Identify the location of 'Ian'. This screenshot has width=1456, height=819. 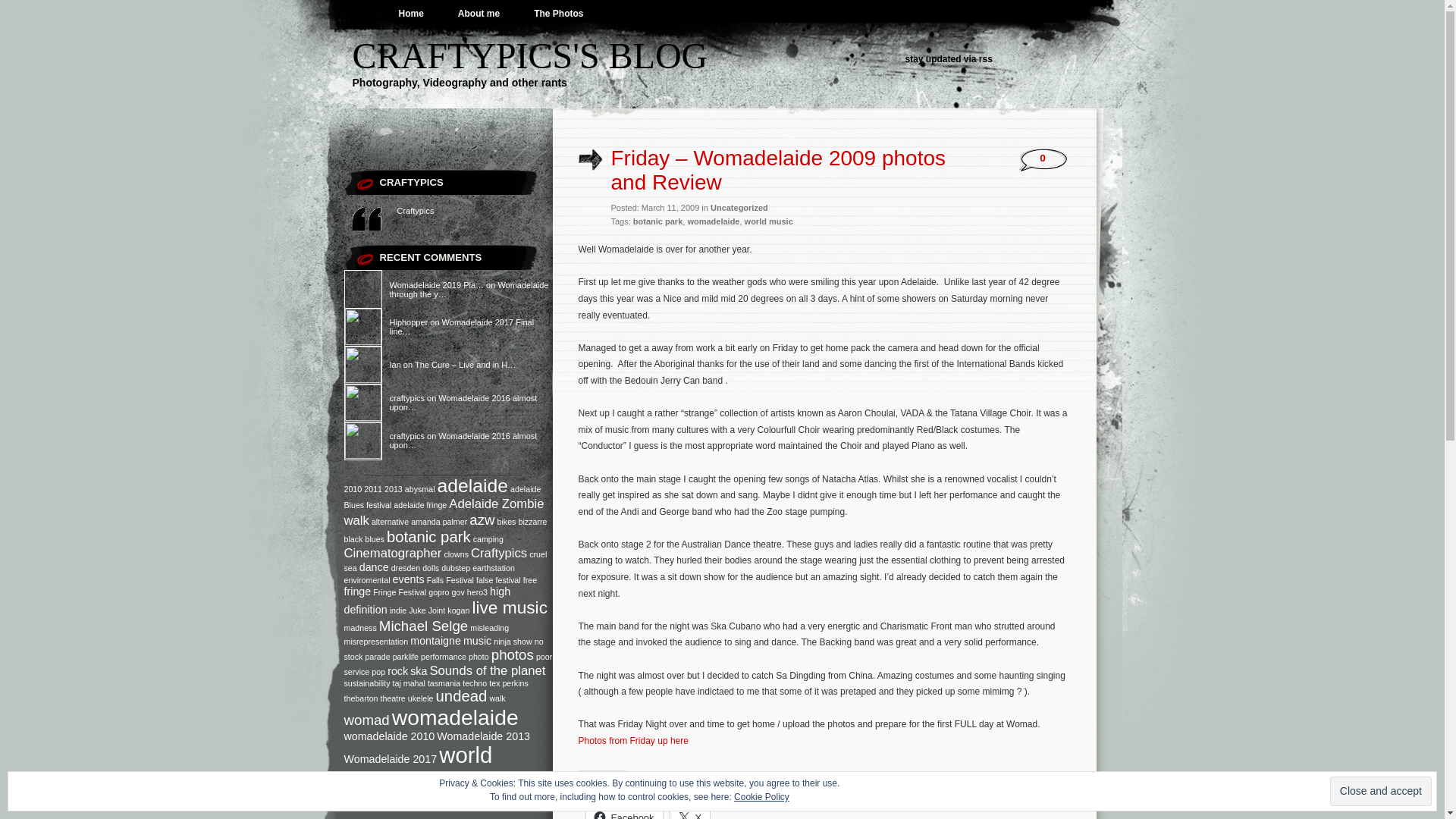
(344, 365).